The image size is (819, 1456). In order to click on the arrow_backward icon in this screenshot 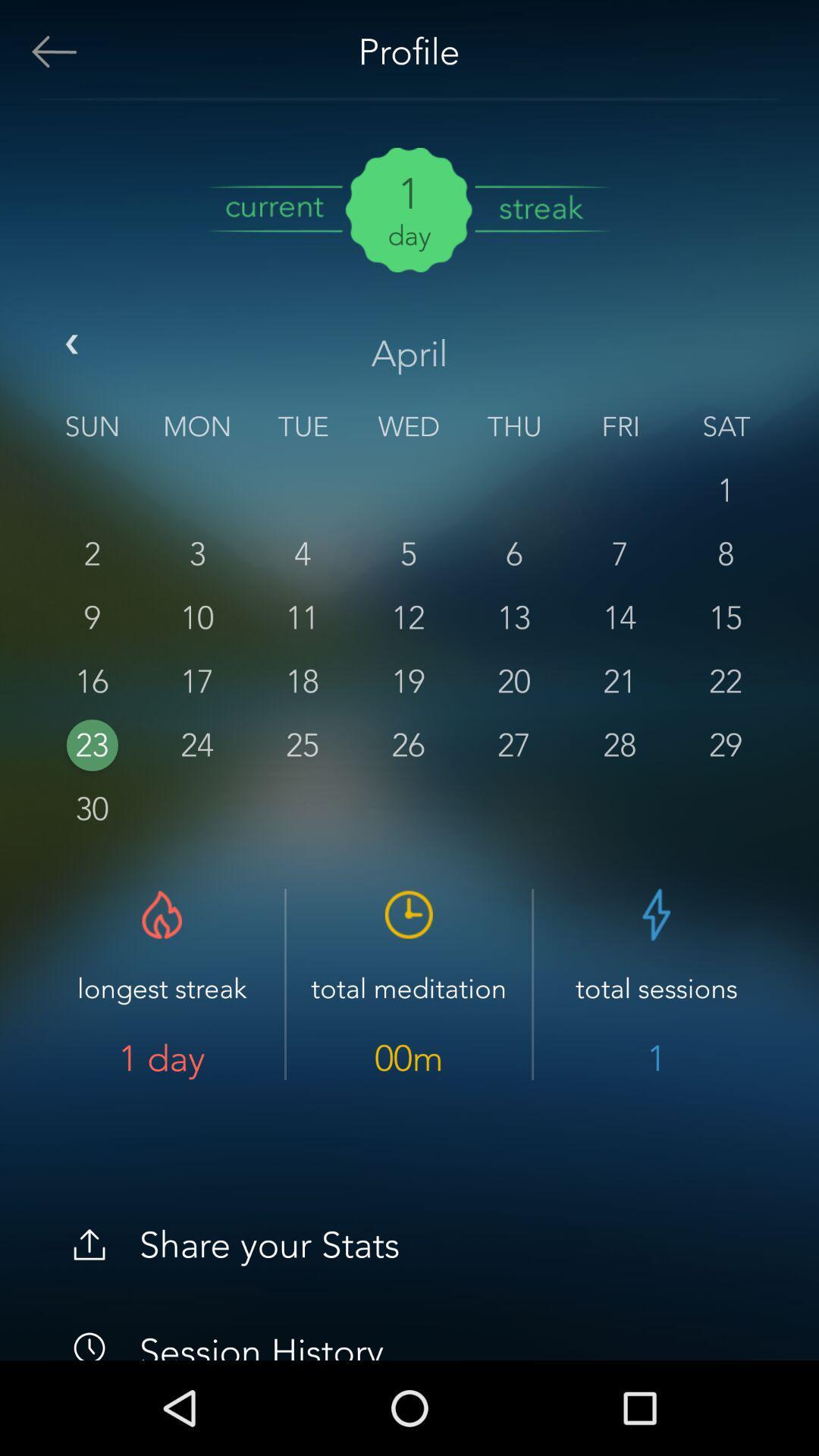, I will do `click(75, 347)`.